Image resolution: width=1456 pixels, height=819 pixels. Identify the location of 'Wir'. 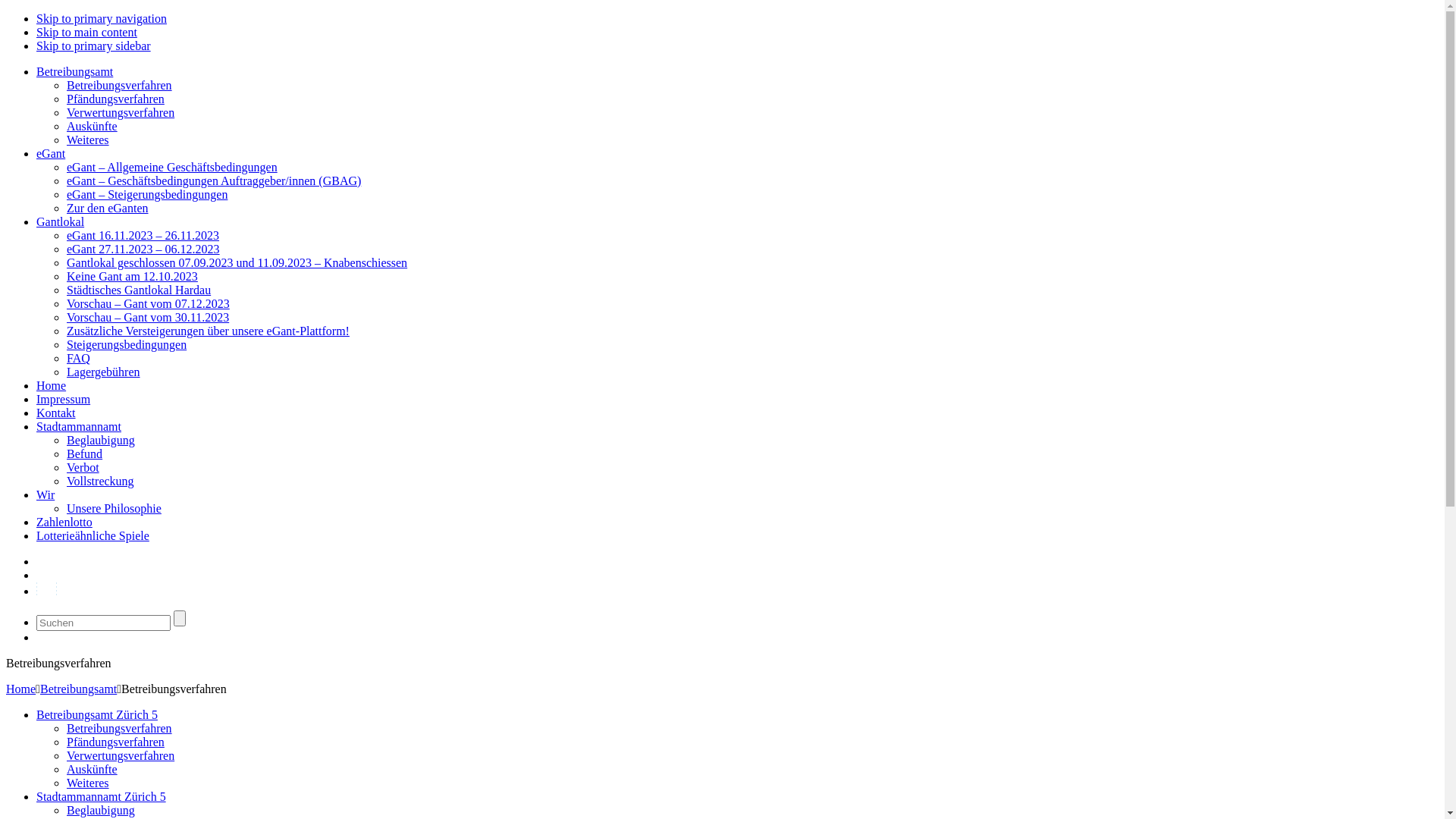
(45, 494).